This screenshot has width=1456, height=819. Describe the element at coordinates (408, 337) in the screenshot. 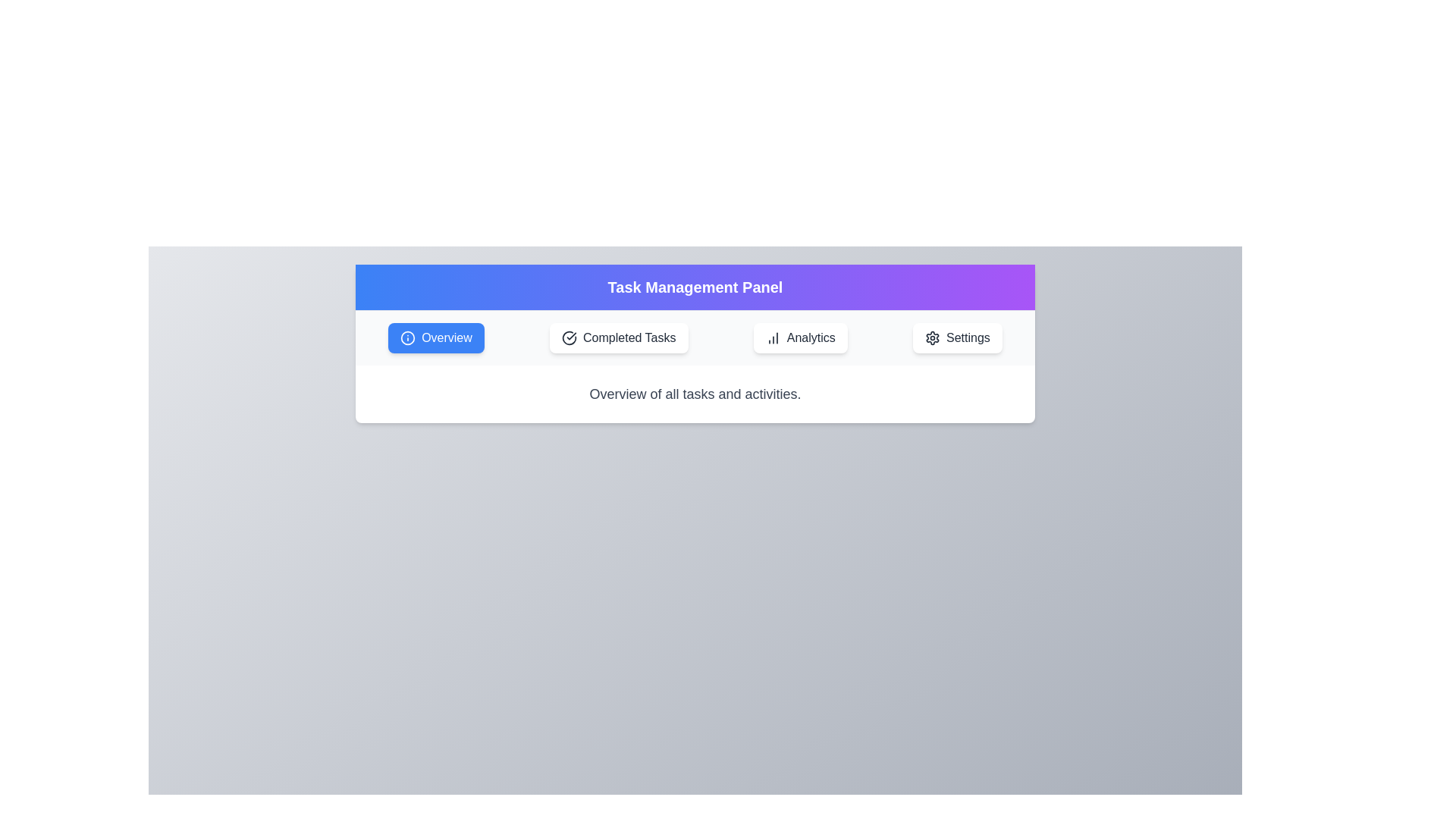

I see `the information circle icon located at the center of the 'Overview' button in the main navigation panel` at that location.